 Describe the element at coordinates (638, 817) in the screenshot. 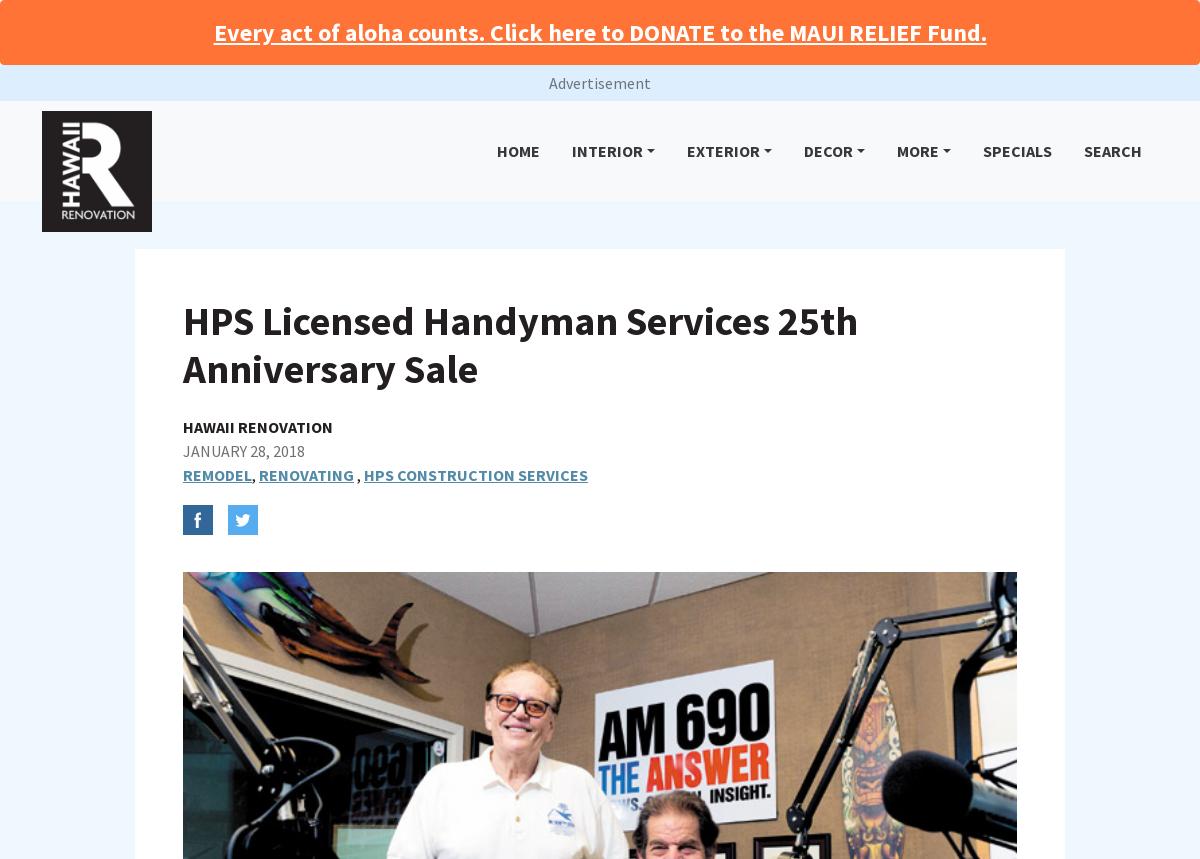

I see `'.'` at that location.